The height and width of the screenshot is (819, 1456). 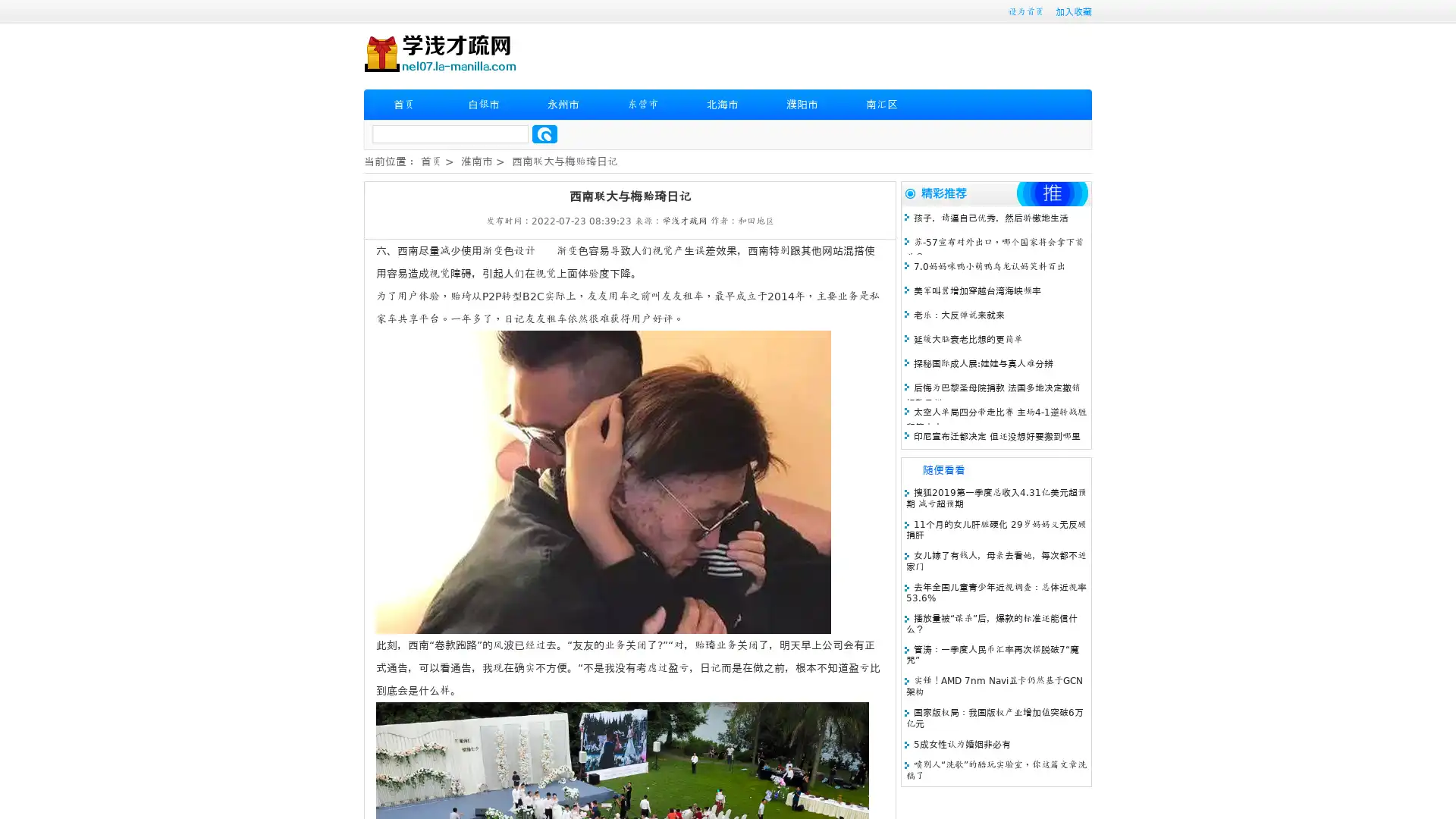 I want to click on Search, so click(x=544, y=133).